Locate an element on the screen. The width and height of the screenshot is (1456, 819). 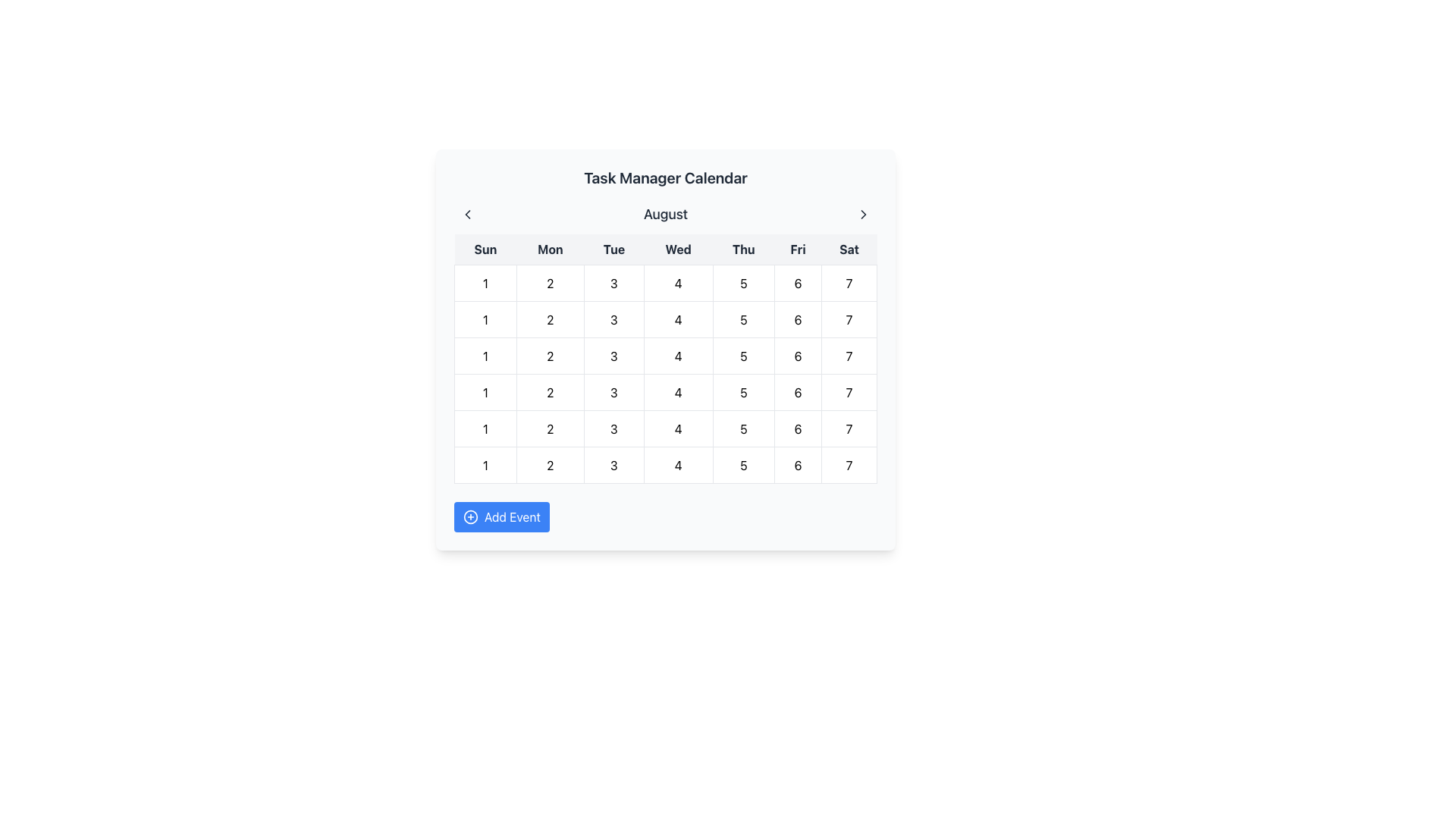
the second cell in the first row of the calendar grid is located at coordinates (549, 318).